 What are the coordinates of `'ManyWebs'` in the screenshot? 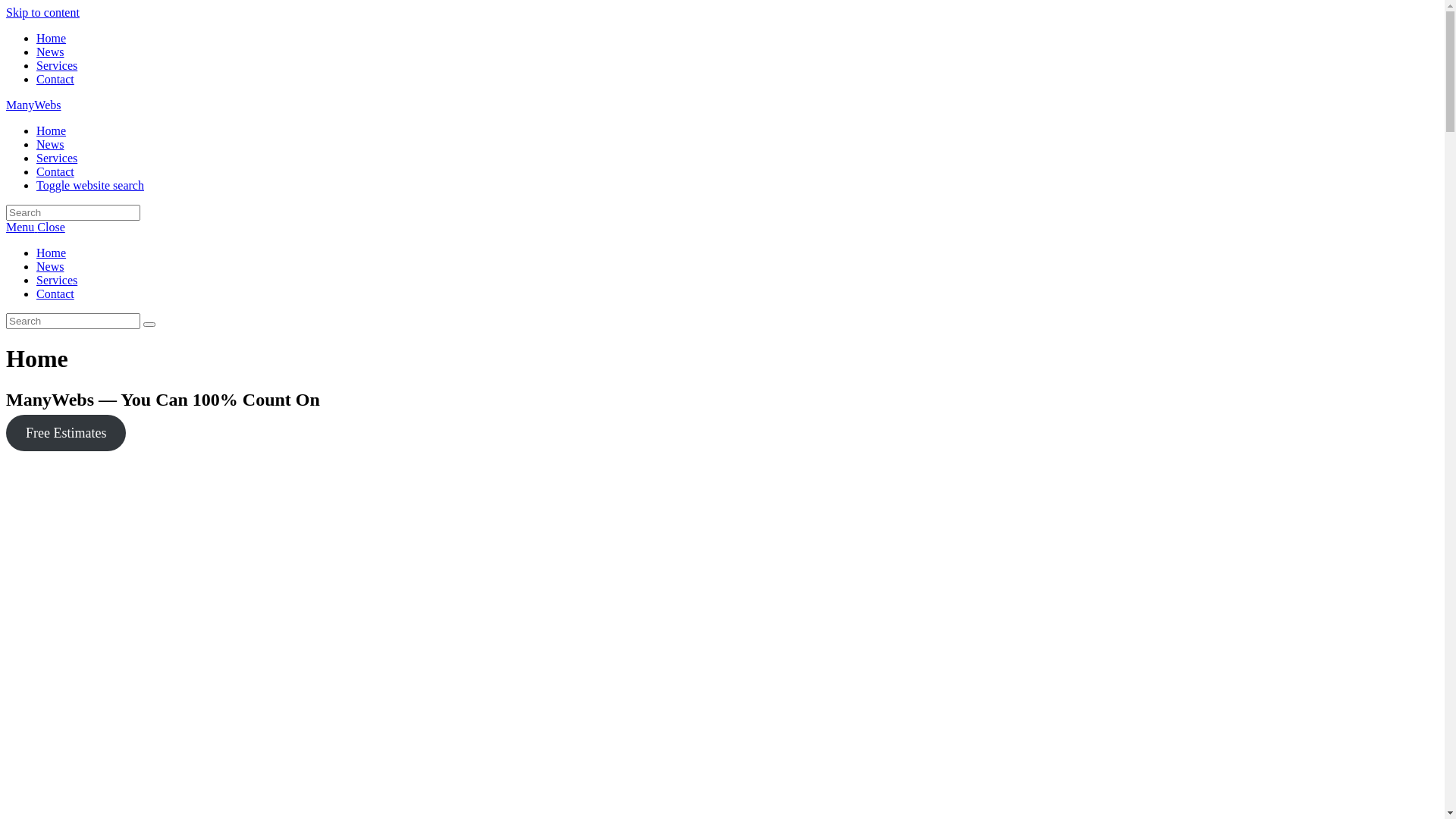 It's located at (33, 104).